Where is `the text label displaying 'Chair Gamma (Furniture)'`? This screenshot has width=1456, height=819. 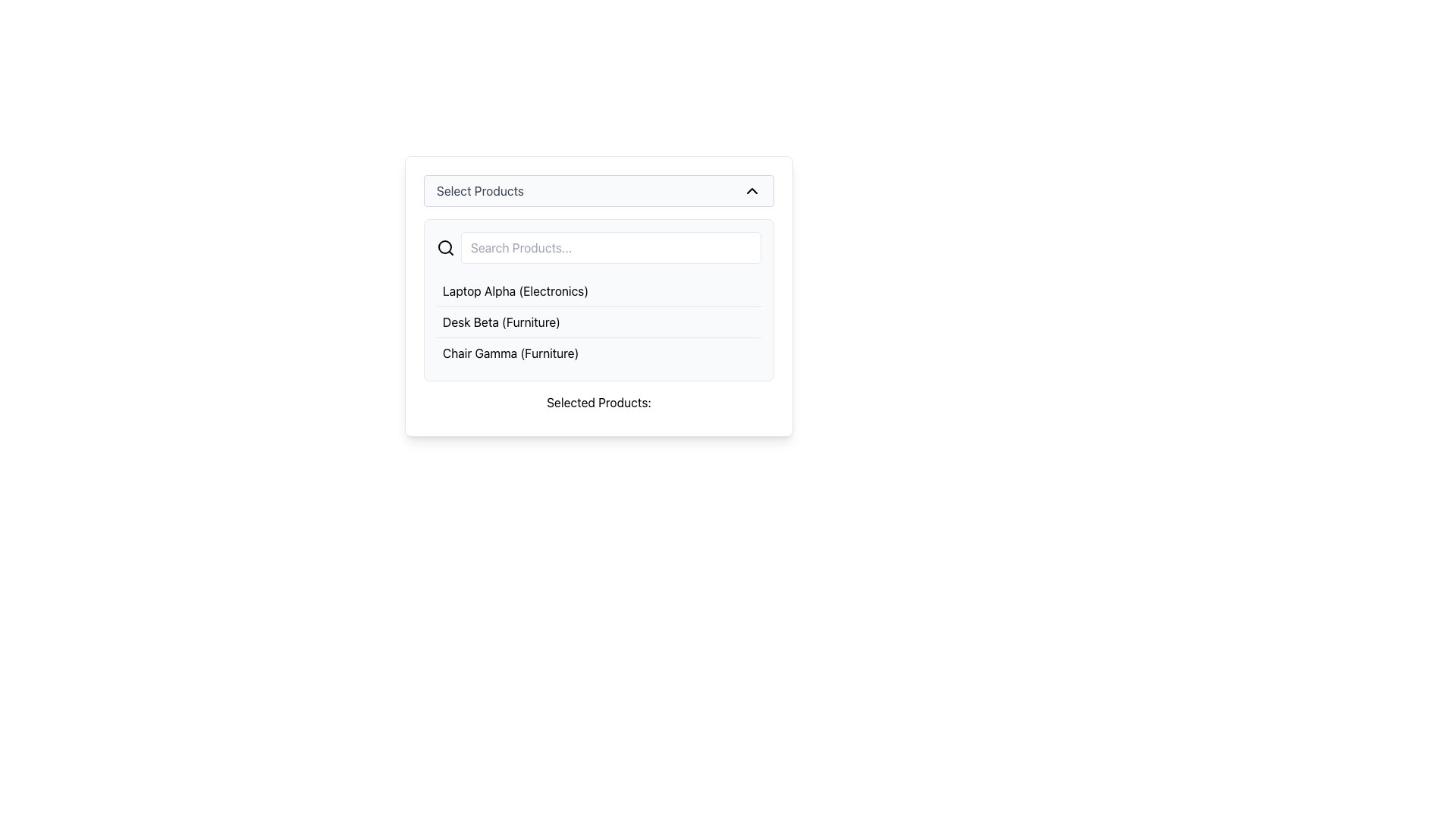
the text label displaying 'Chair Gamma (Furniture)' is located at coordinates (510, 353).